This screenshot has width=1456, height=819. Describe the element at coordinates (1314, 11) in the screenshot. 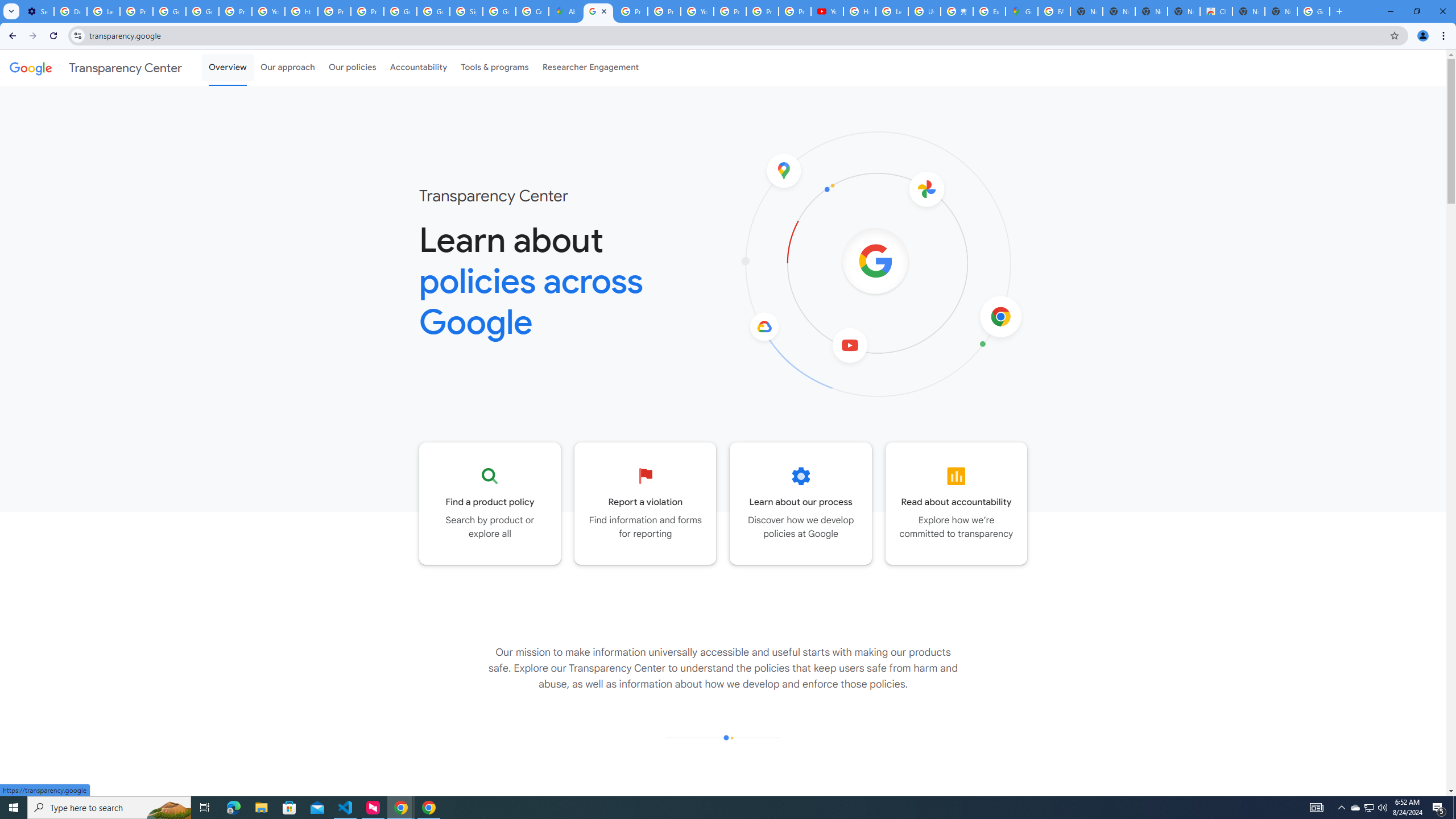

I see `'Google Images'` at that location.